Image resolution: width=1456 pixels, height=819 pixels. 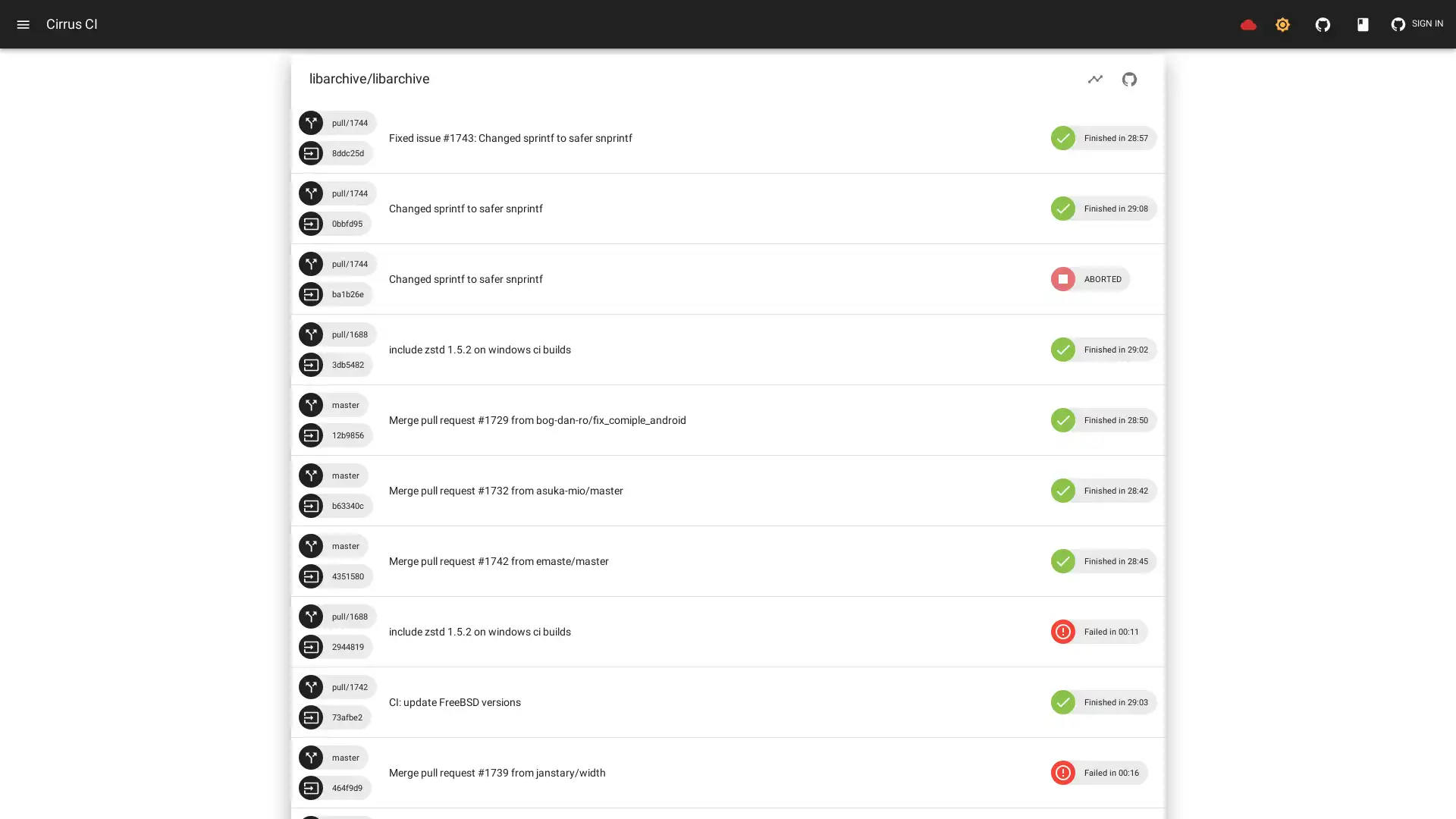 I want to click on open navigation, so click(x=23, y=24).